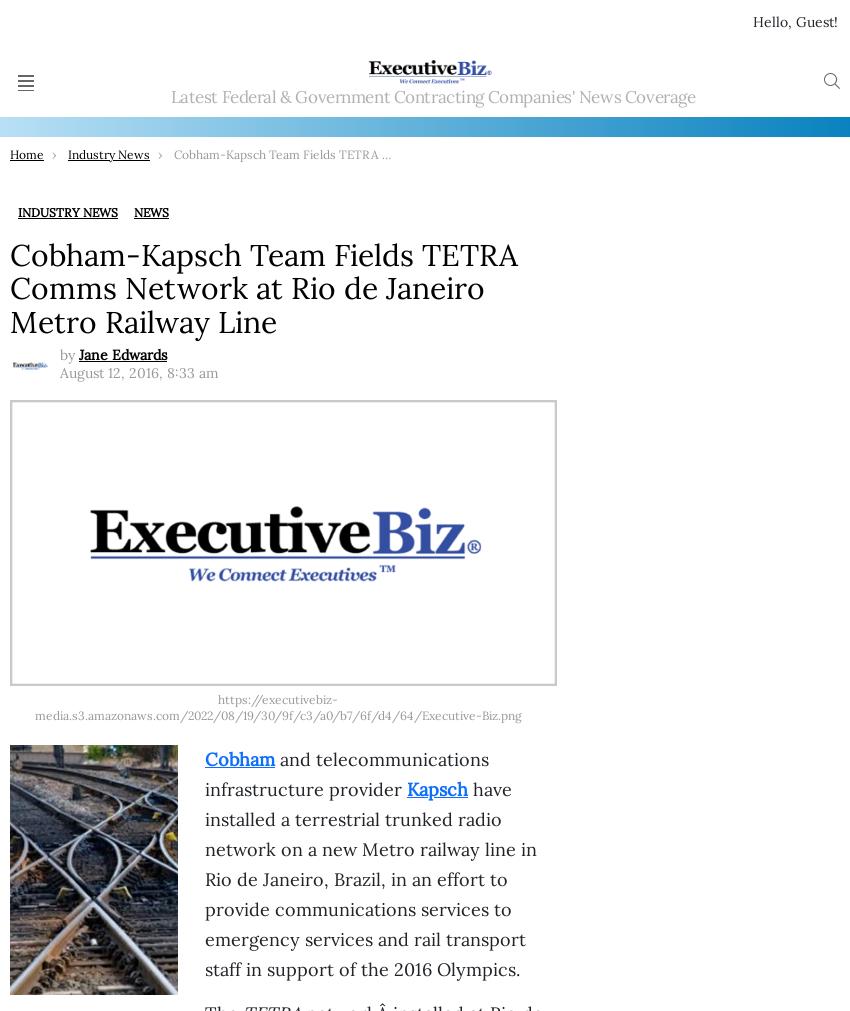 This screenshot has height=1011, width=850. Describe the element at coordinates (404, 972) in the screenshot. I see `'Parsons’ Q3 2023 Revenue Increases 25% to $1.4B; Carey Smith Quoted'` at that location.